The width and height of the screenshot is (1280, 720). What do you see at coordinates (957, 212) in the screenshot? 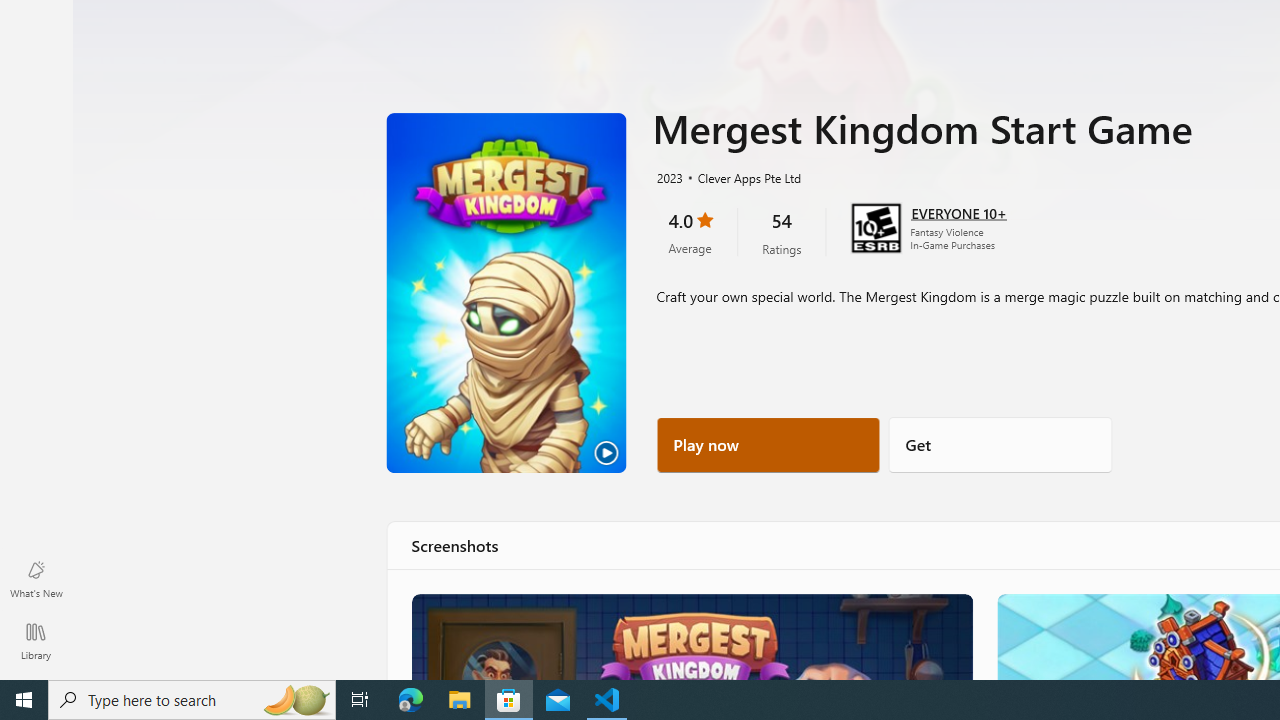
I see `'Age rating: EVERYONE 10+. Click for more information.'` at bounding box center [957, 212].